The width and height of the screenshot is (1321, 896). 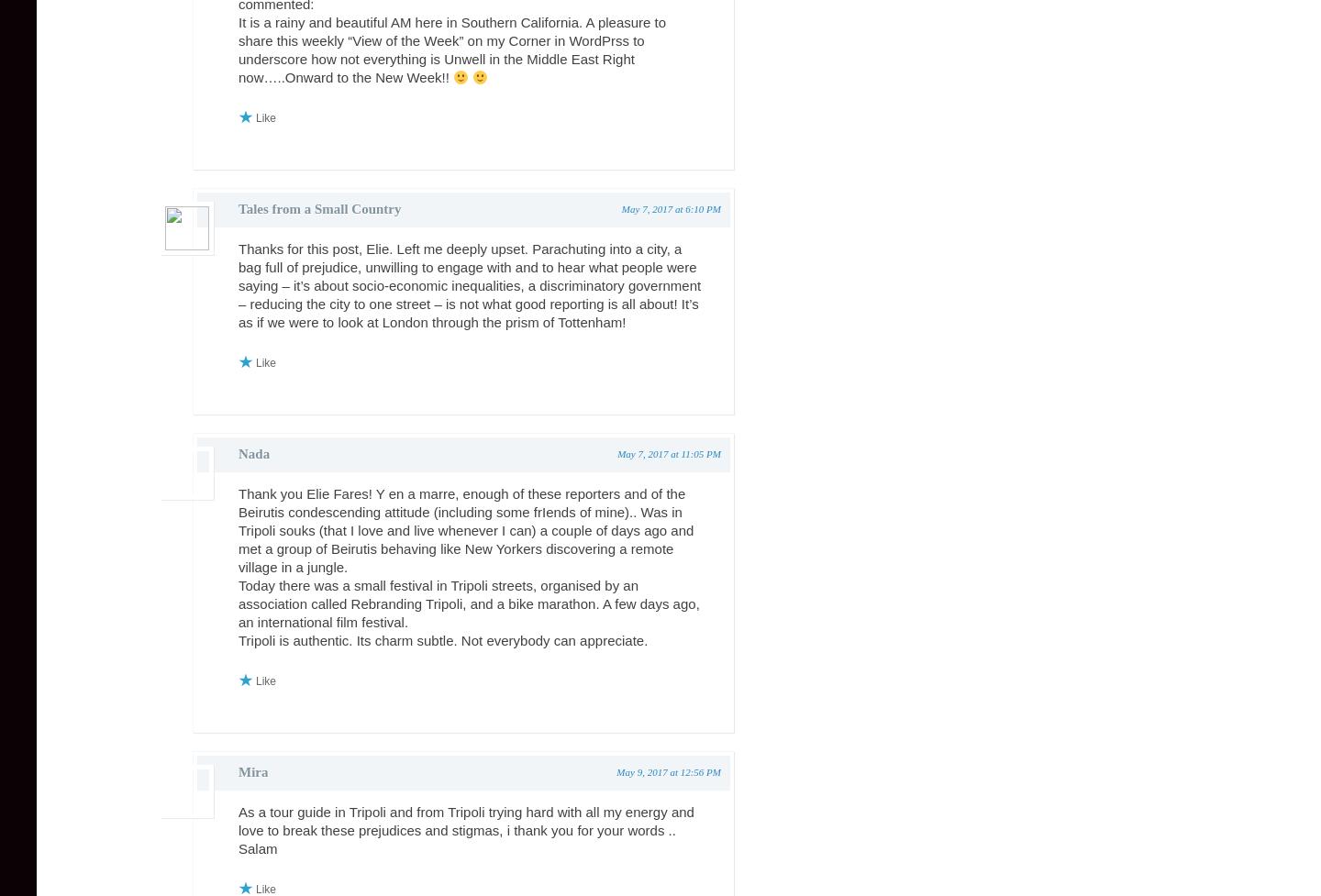 What do you see at coordinates (319, 208) in the screenshot?
I see `'Tales from a Small Country'` at bounding box center [319, 208].